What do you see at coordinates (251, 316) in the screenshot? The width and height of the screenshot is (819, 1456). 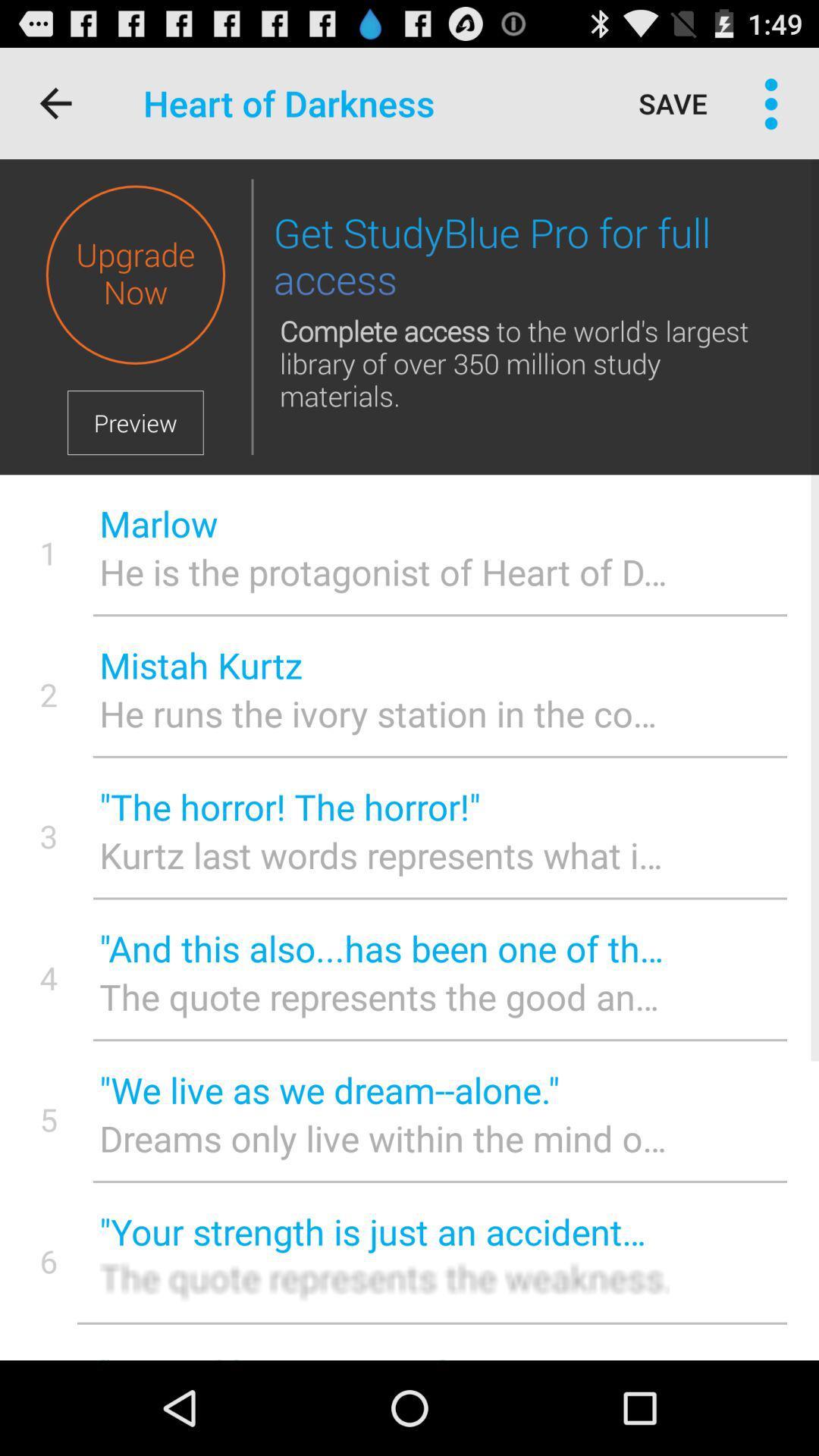 I see `the icon to the right of upgrade now` at bounding box center [251, 316].